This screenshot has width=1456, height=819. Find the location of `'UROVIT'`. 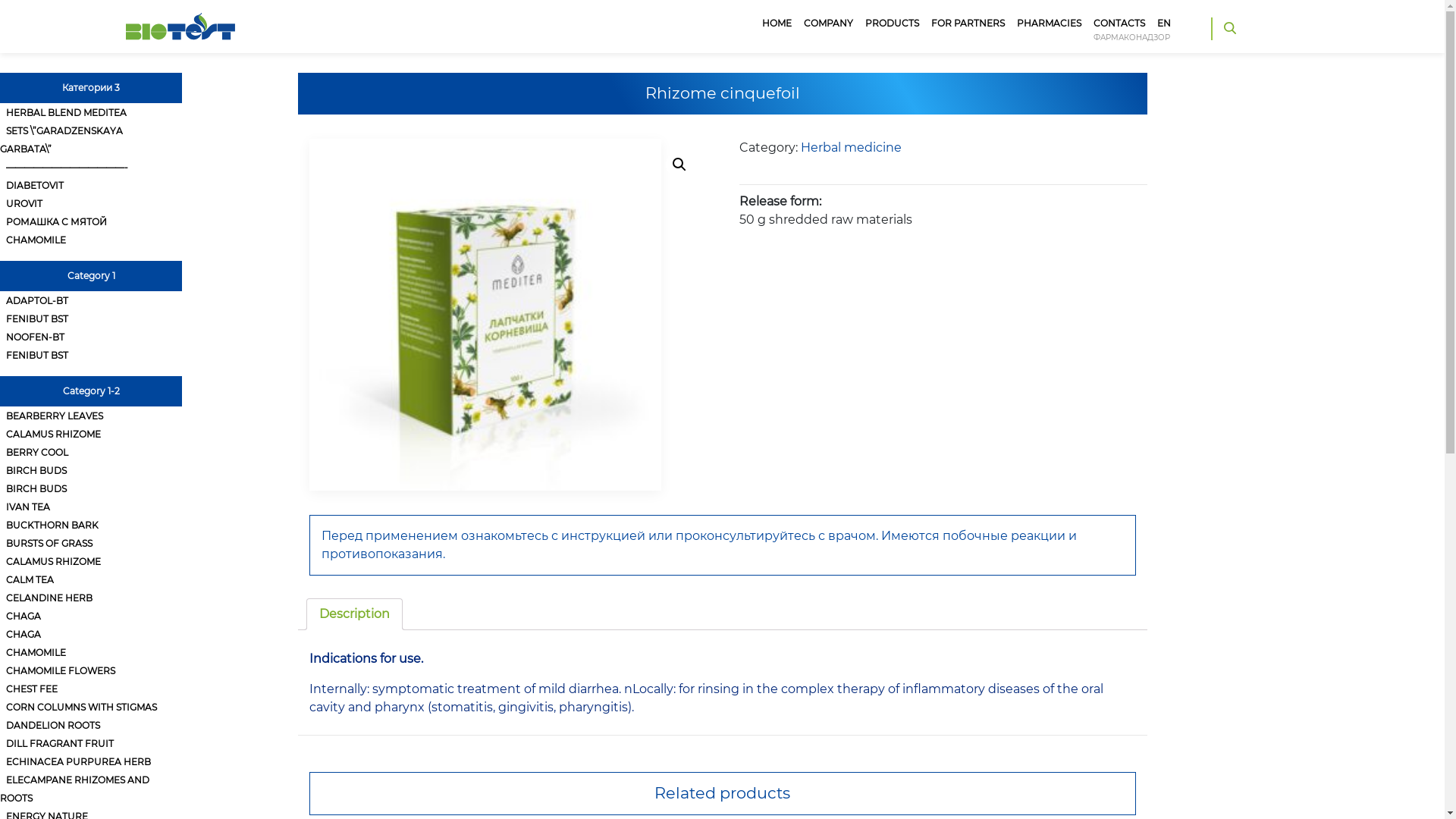

'UROVIT' is located at coordinates (24, 202).